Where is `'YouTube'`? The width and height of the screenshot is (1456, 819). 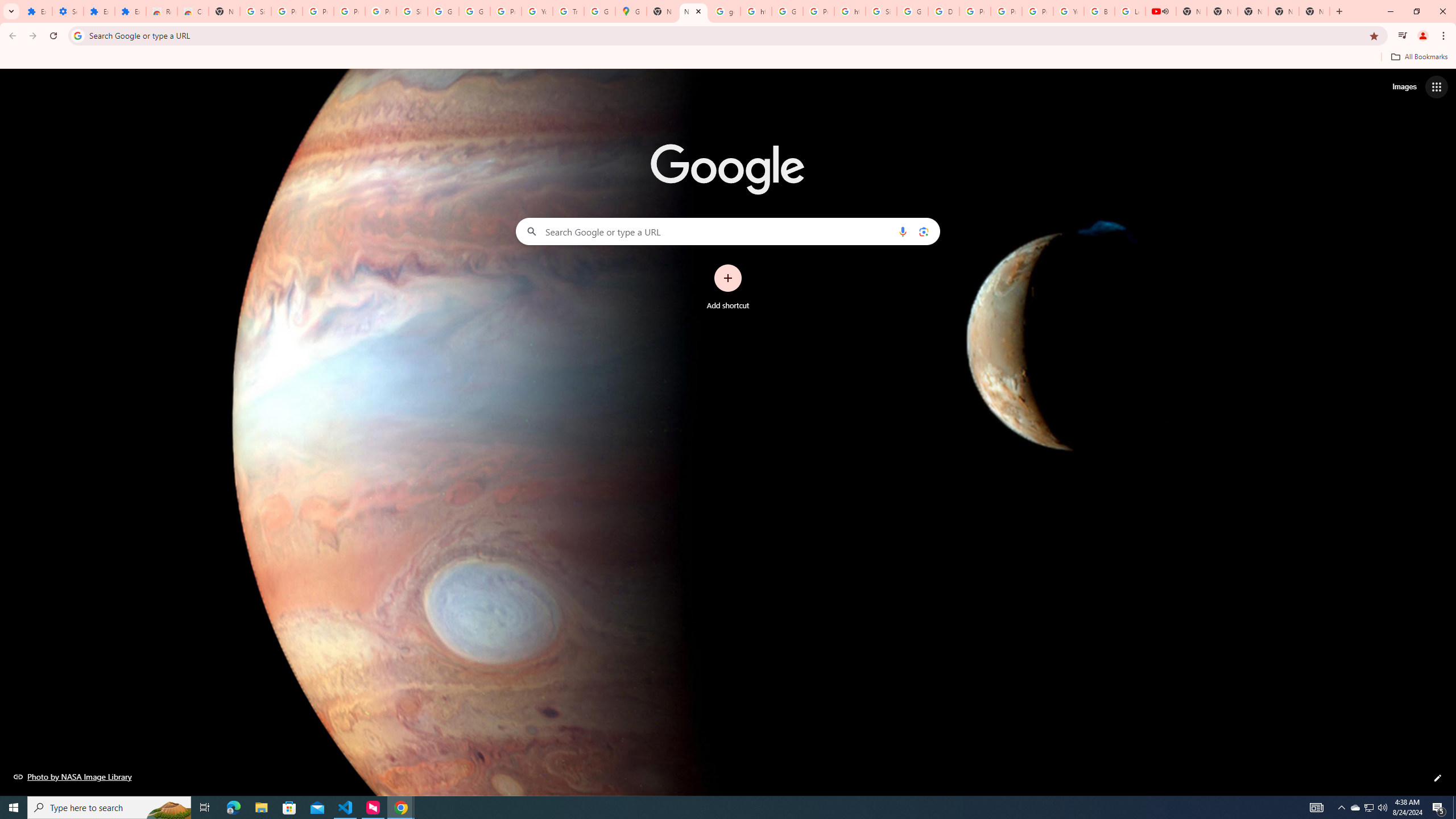 'YouTube' is located at coordinates (1069, 11).